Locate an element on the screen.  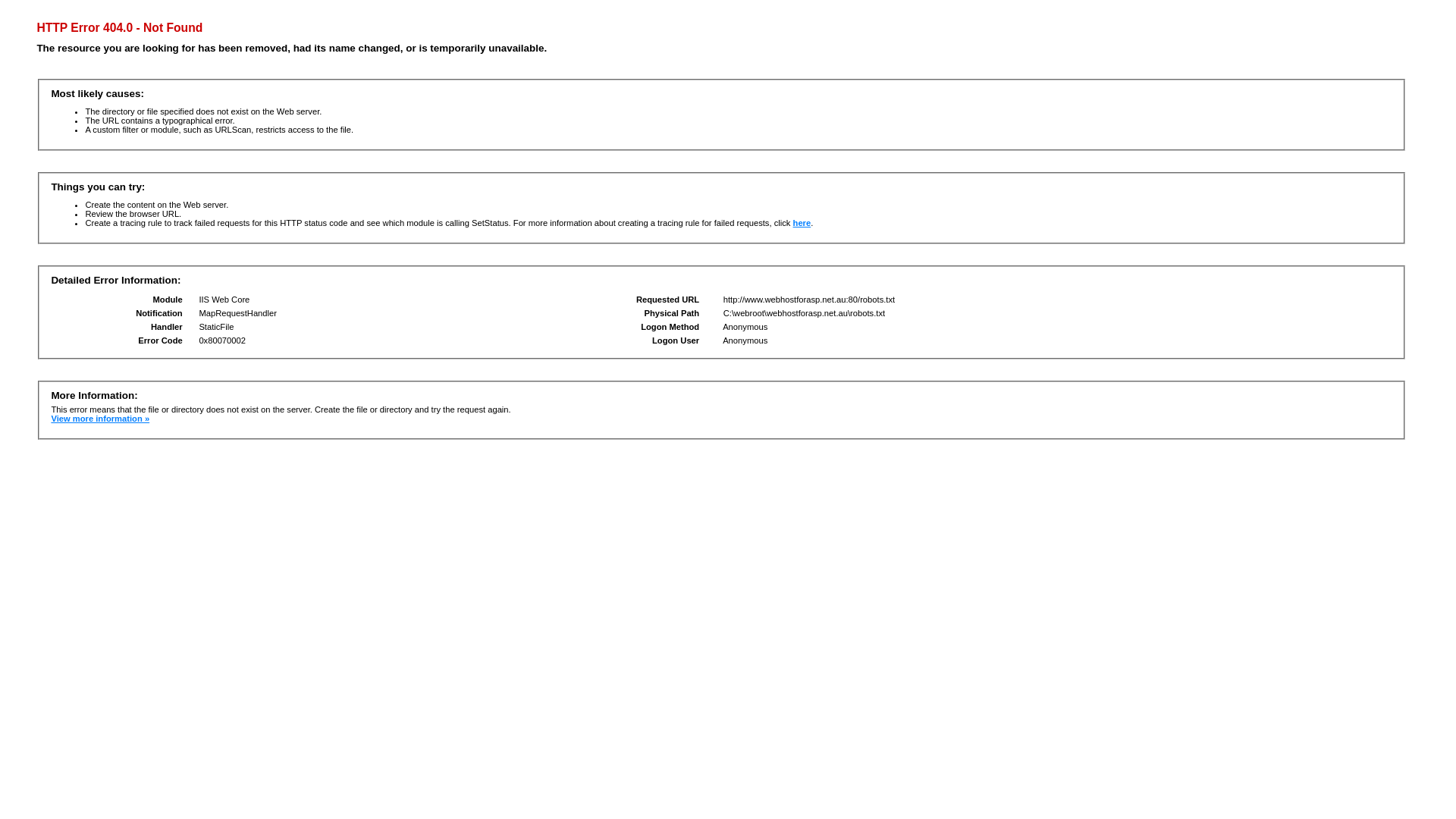
'here' is located at coordinates (792, 222).